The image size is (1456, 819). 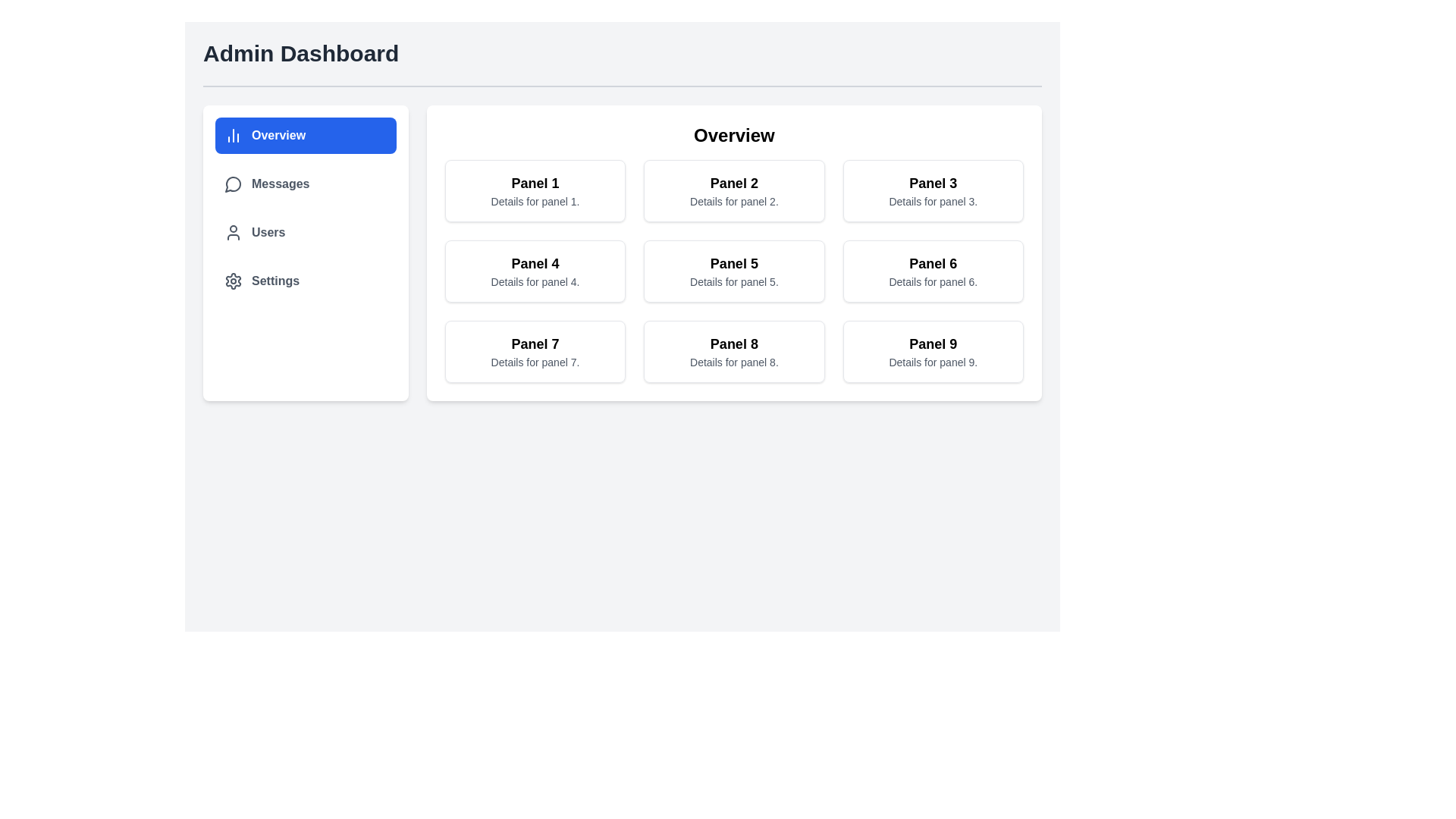 I want to click on the display panel for 'Panel 8' located in the third column of the third row, adjacent to 'Panel 7' on the left and 'Panel 9' on the right, so click(x=734, y=351).